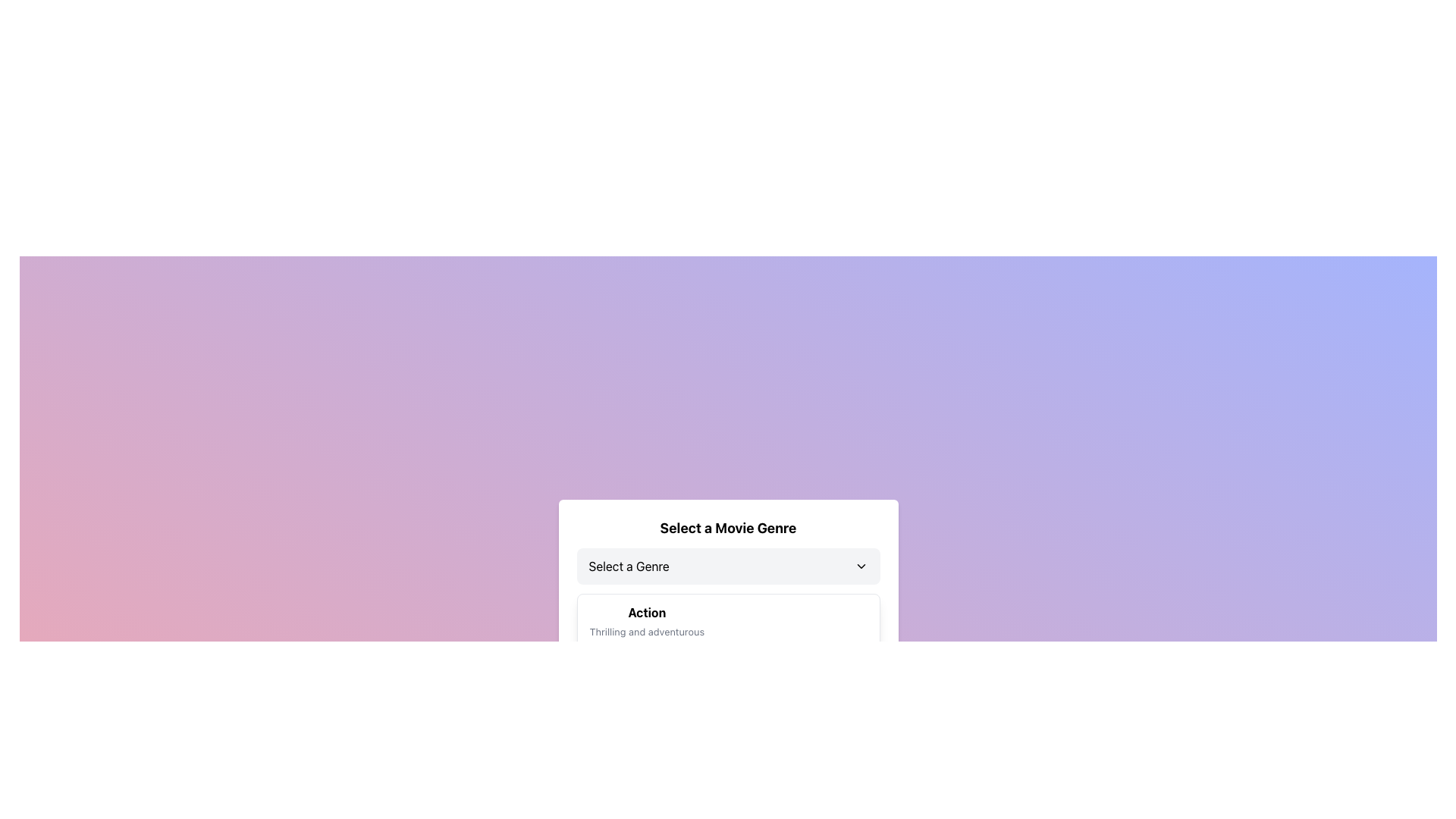 The width and height of the screenshot is (1456, 819). I want to click on the first selectable option in the genre list, labeled 'Action,', so click(728, 622).